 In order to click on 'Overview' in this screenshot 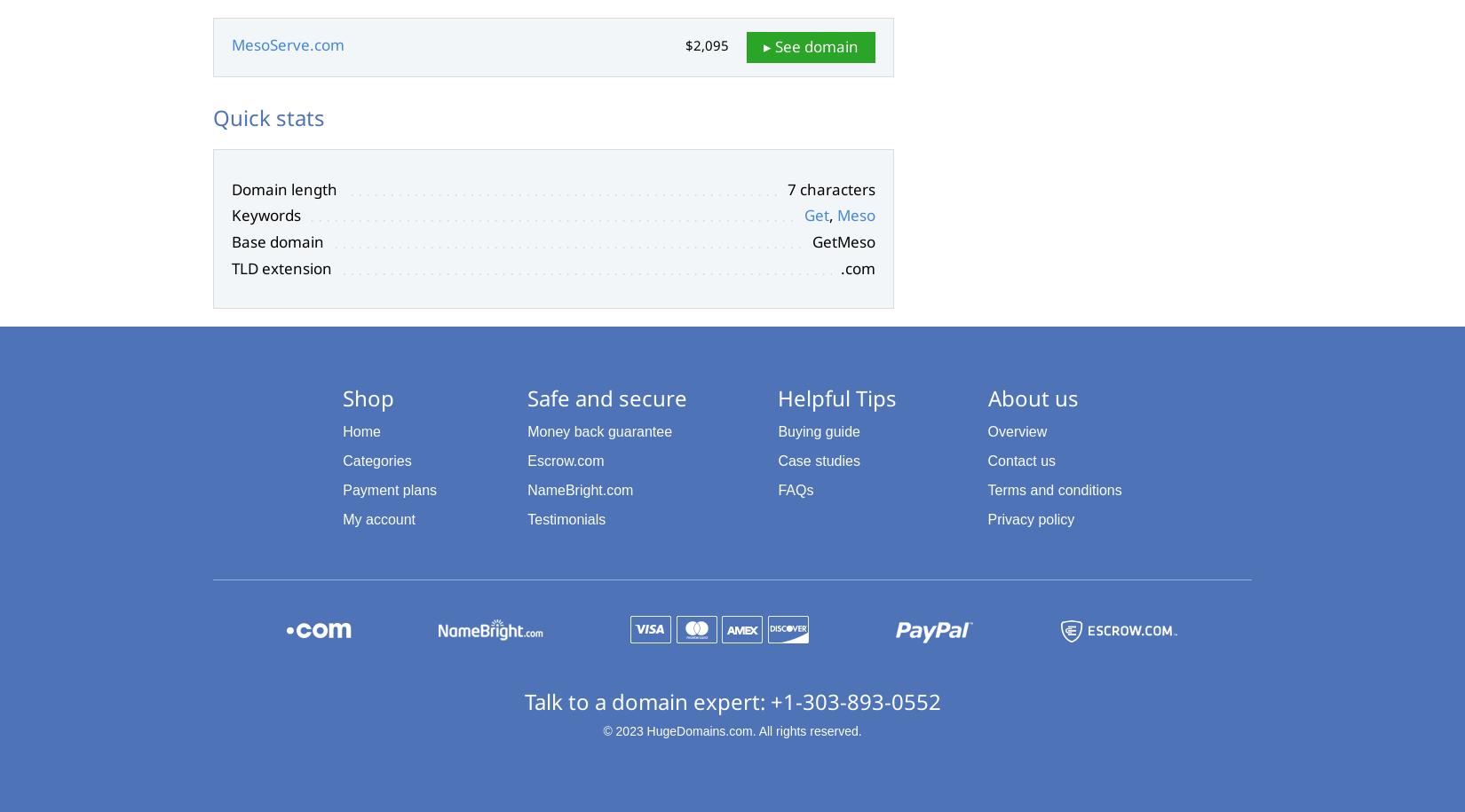, I will do `click(1017, 430)`.